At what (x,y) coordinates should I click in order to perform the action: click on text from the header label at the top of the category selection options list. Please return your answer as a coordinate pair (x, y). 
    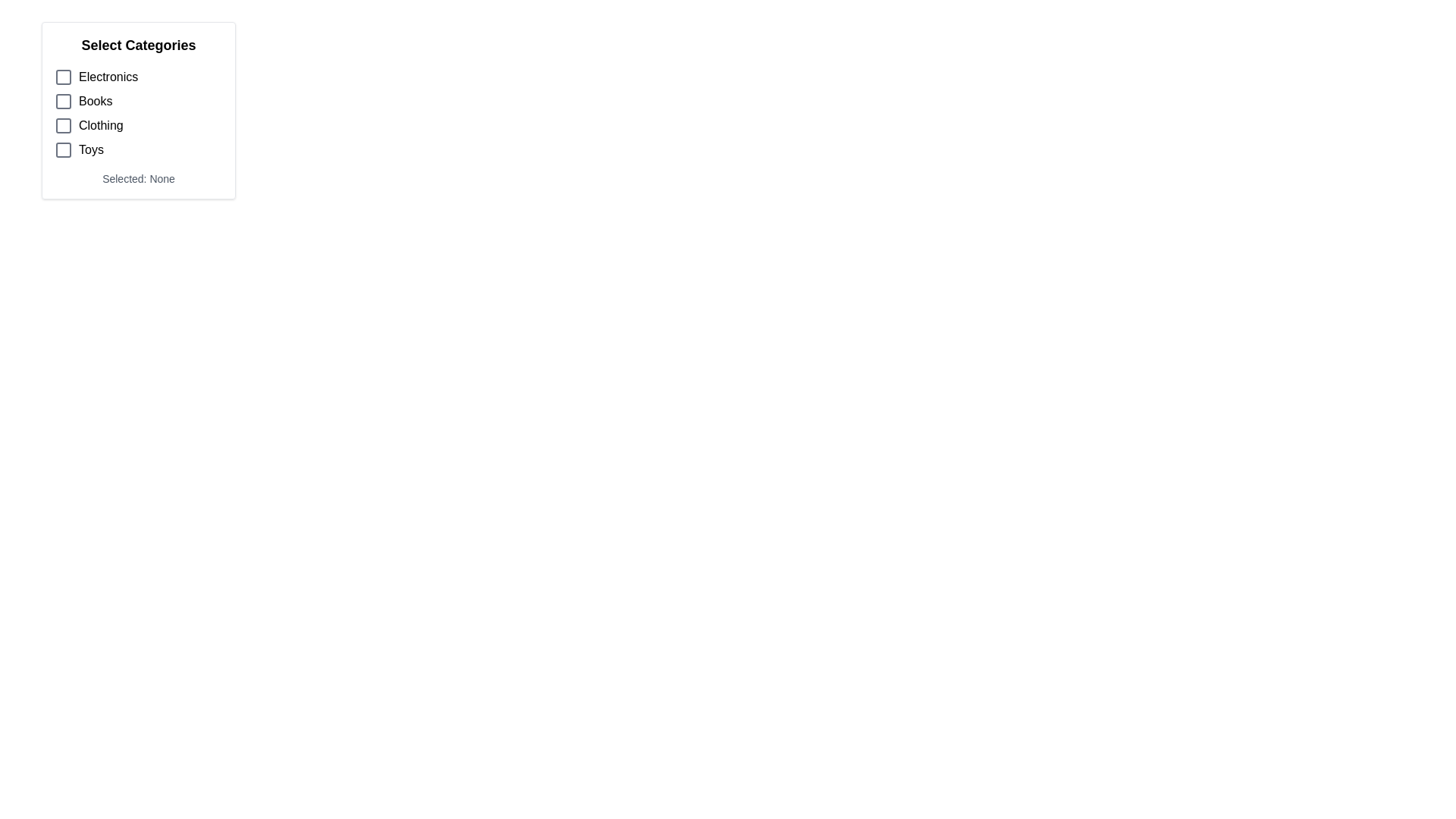
    Looking at the image, I should click on (138, 45).